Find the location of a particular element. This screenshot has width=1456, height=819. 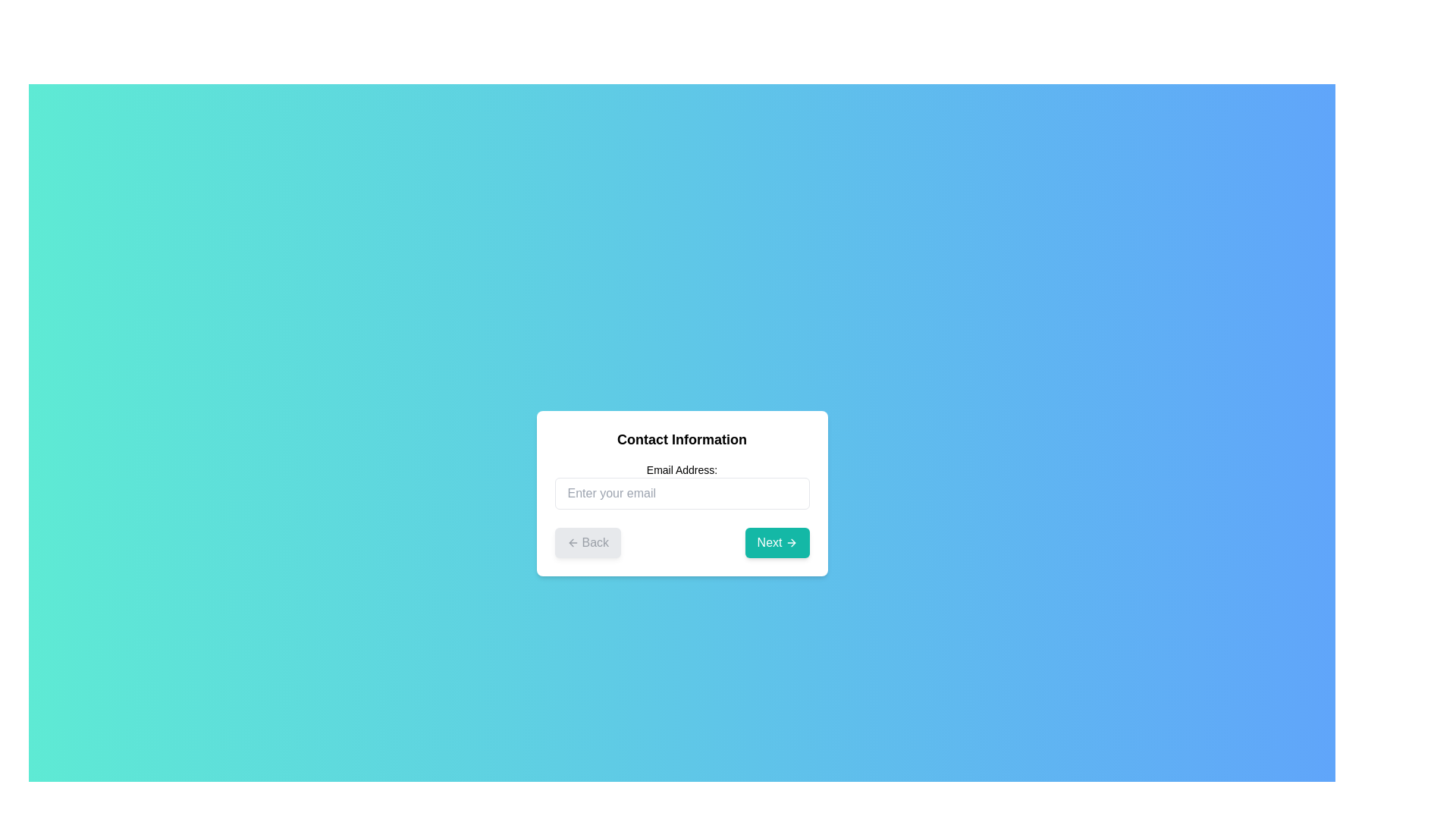

the 'Next' button located to the right of the disabled 'Back' button at the bottom of the white rectangular form is located at coordinates (777, 542).